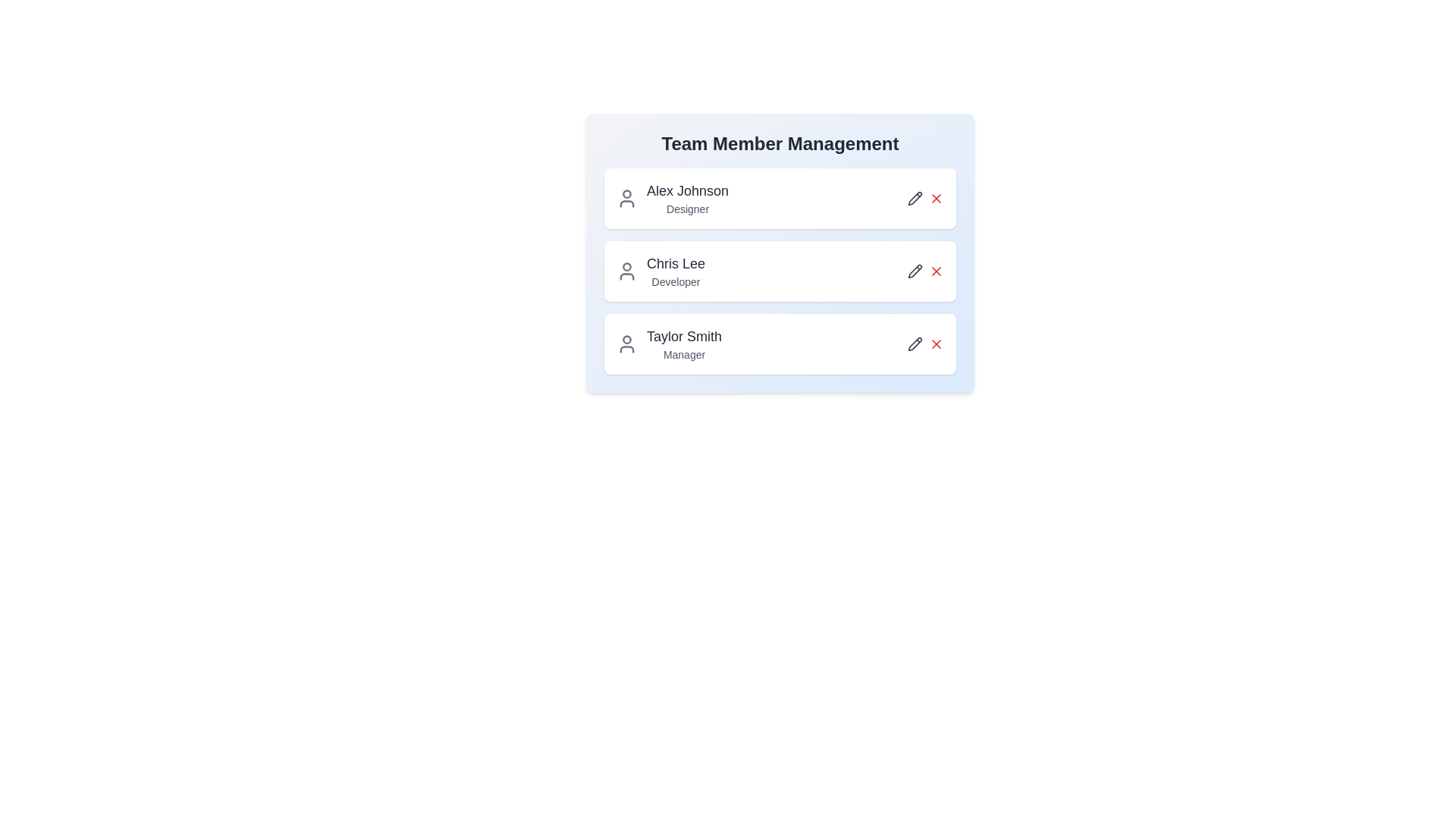 The height and width of the screenshot is (819, 1456). Describe the element at coordinates (626, 198) in the screenshot. I see `the user icon for Alex Johnson` at that location.